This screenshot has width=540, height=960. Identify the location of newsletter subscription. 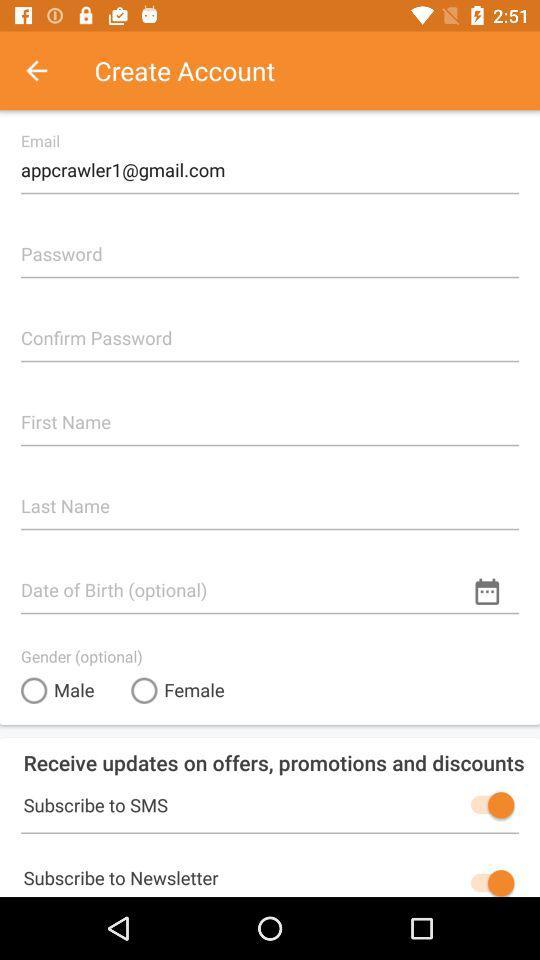
(486, 880).